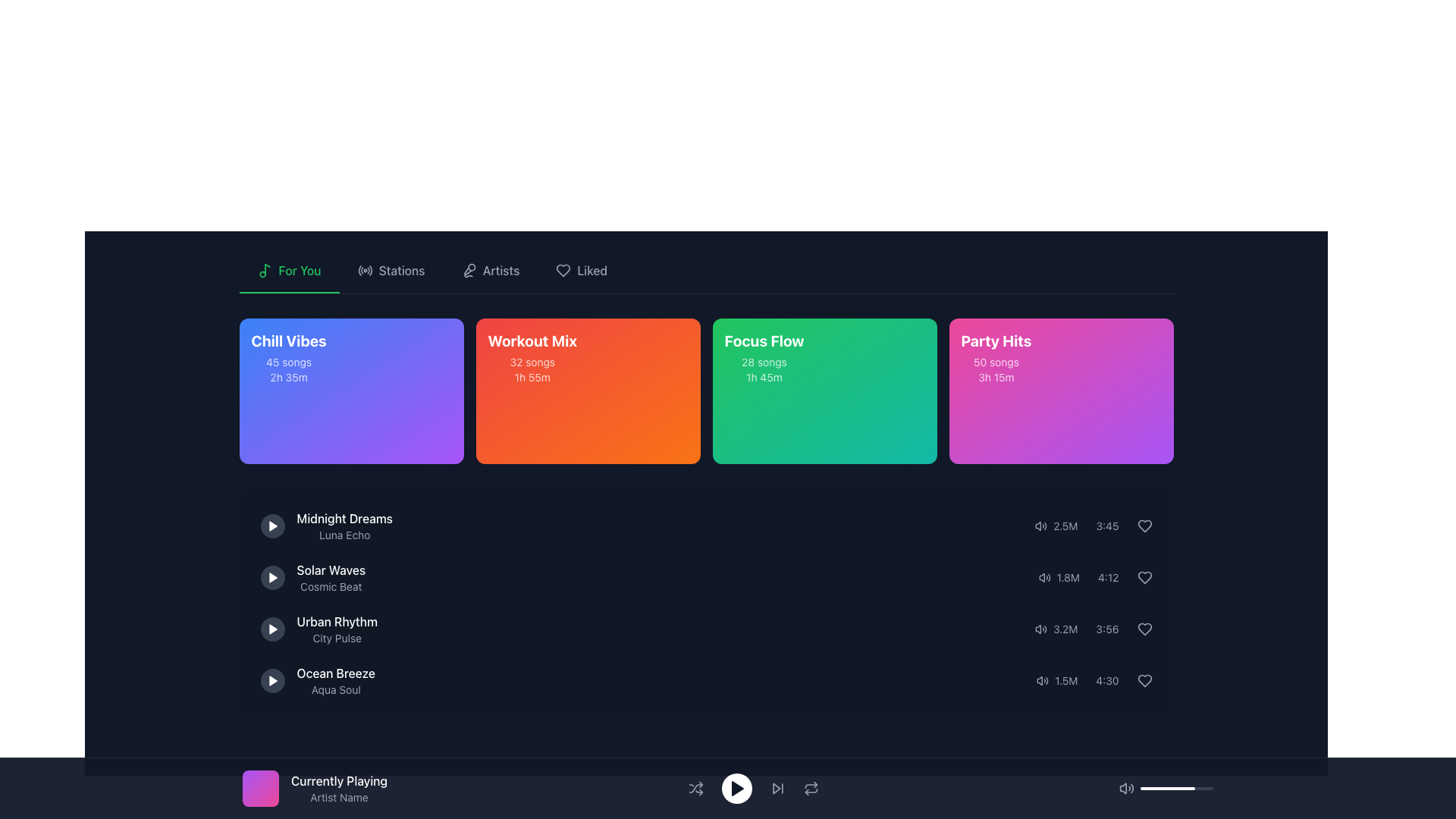 Image resolution: width=1456 pixels, height=819 pixels. I want to click on the volume, so click(1200, 788).